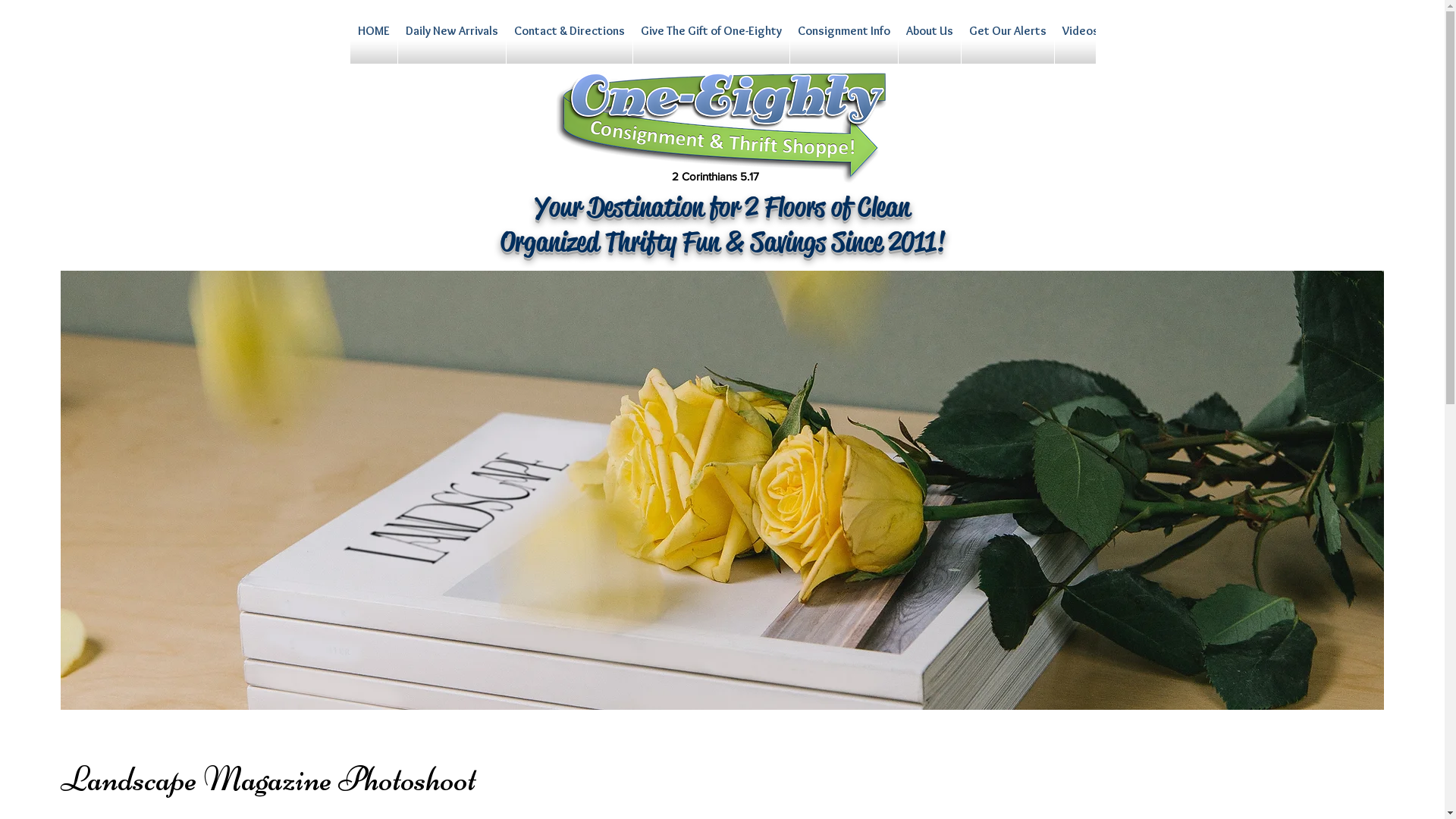  Describe the element at coordinates (843, 42) in the screenshot. I see `'Consignment Info'` at that location.